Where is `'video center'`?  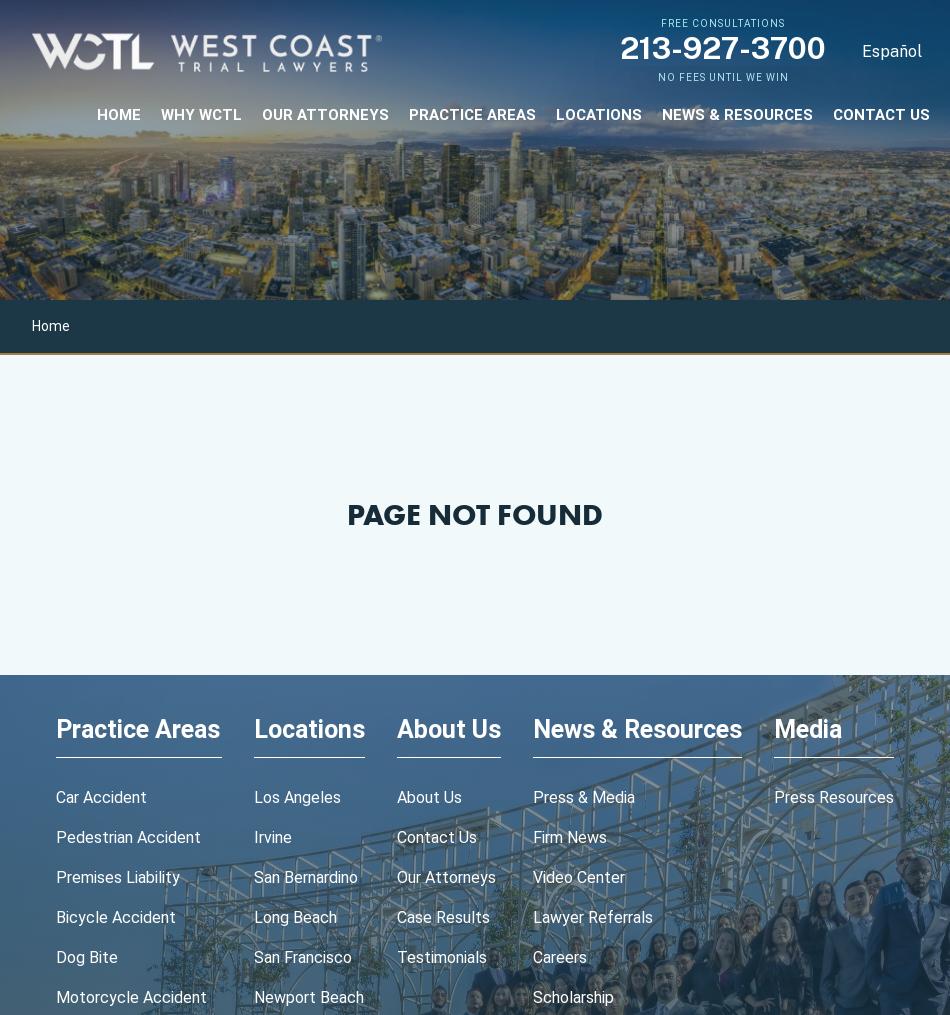 'video center' is located at coordinates (579, 876).